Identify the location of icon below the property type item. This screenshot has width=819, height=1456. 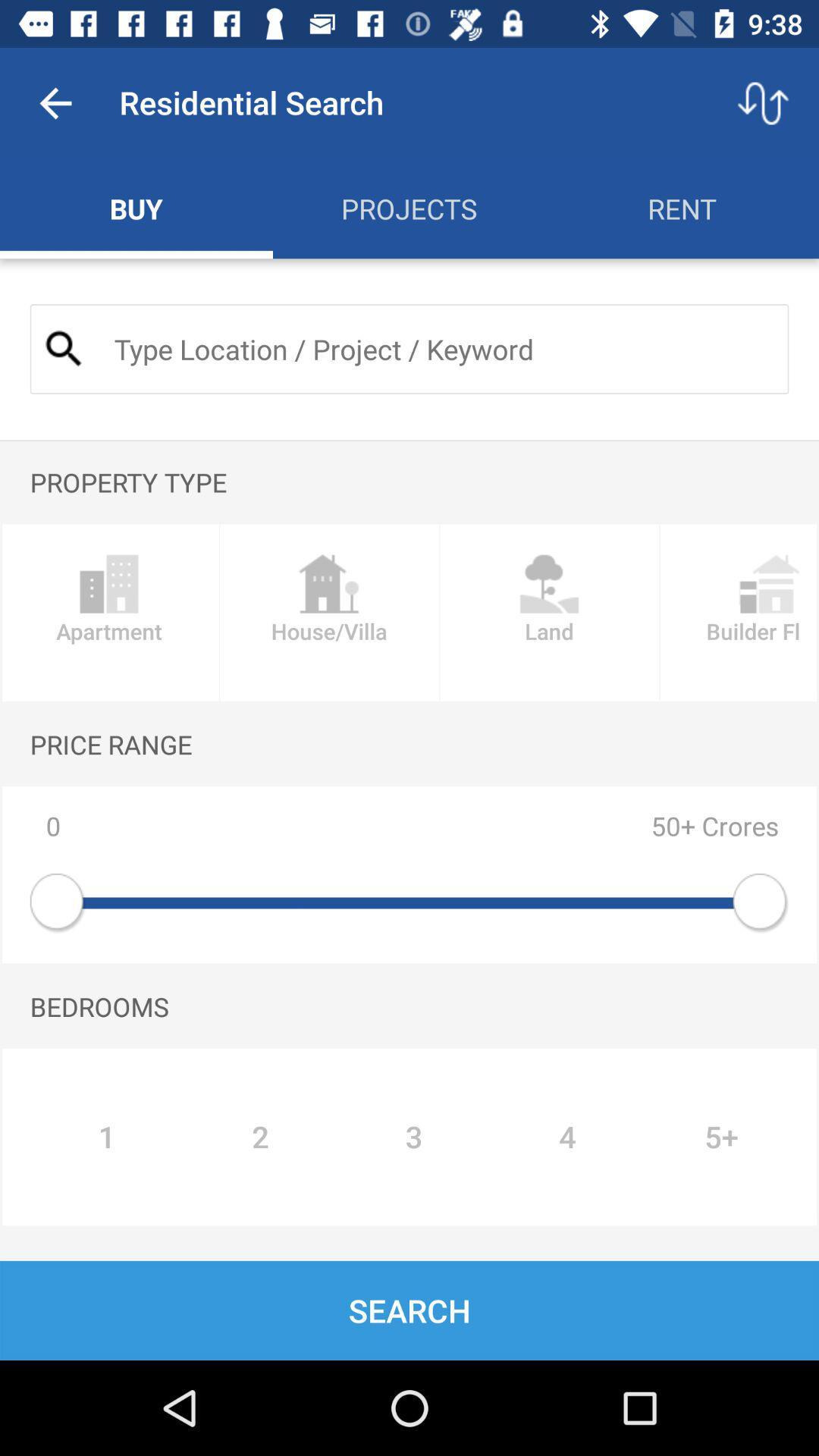
(549, 613).